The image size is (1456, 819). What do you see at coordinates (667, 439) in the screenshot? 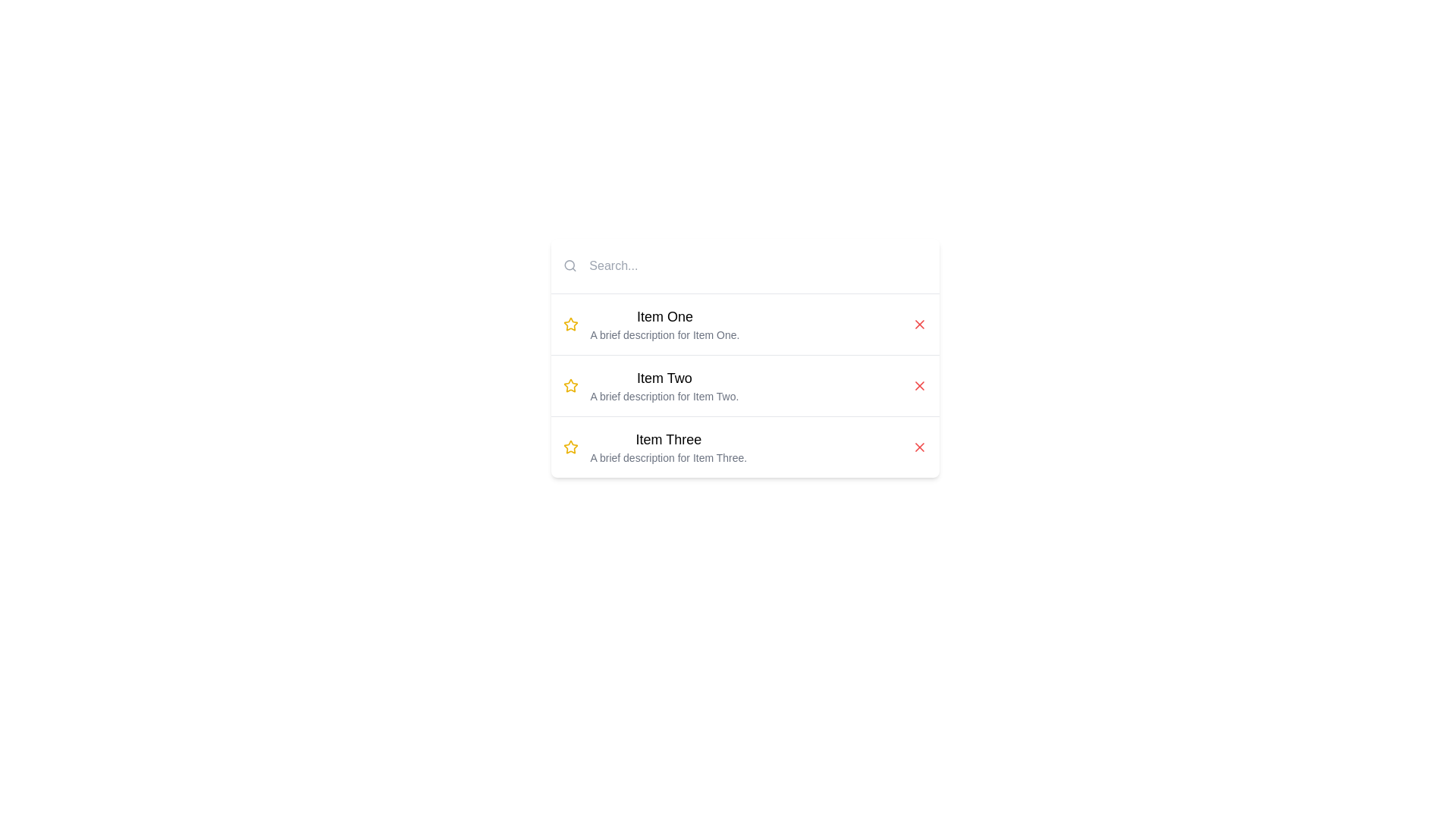
I see `text content of the prominent heading labeled 'Item Three' in the list interface` at bounding box center [667, 439].